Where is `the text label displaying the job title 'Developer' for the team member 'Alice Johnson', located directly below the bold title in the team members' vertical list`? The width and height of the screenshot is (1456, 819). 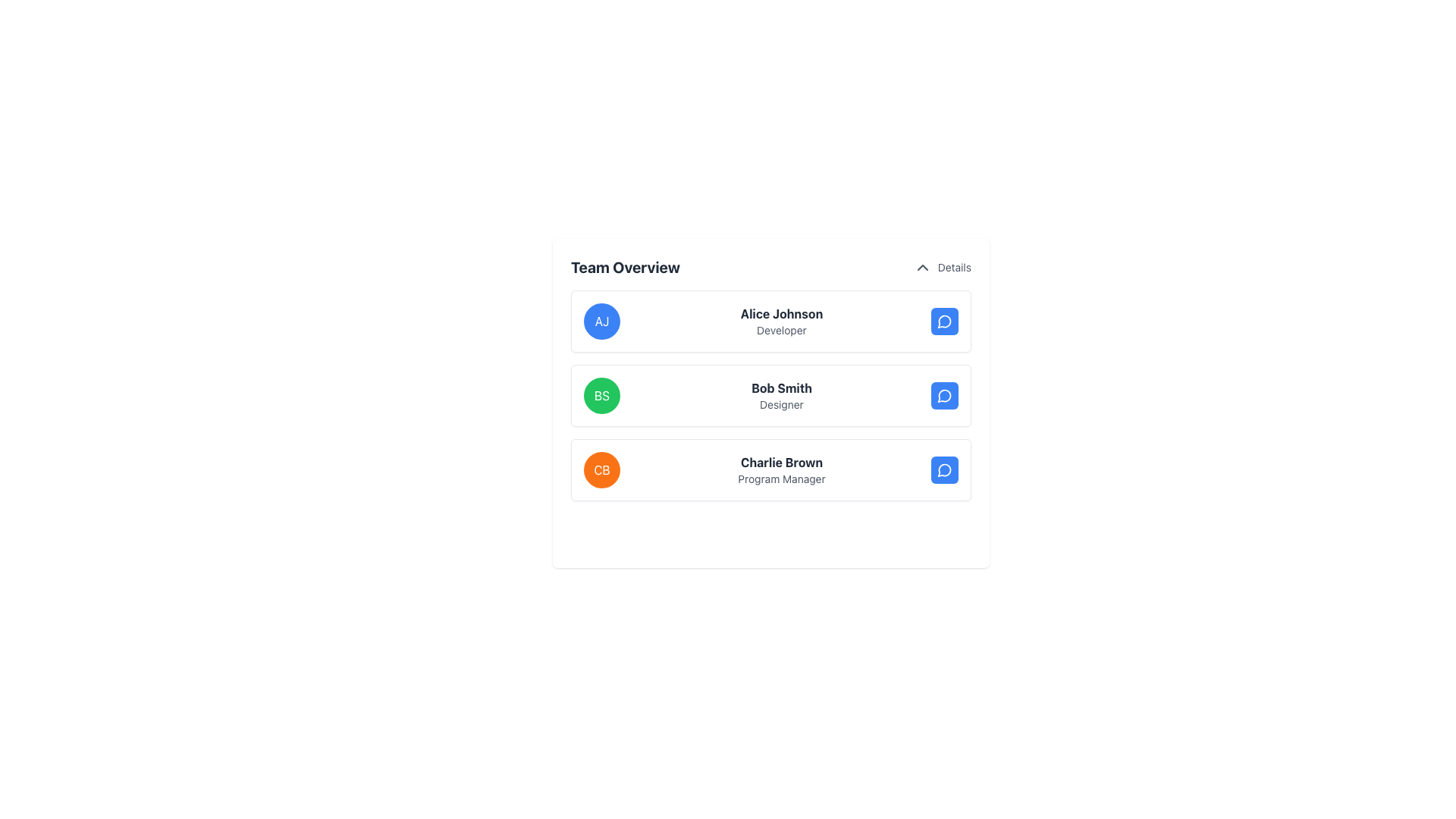
the text label displaying the job title 'Developer' for the team member 'Alice Johnson', located directly below the bold title in the team members' vertical list is located at coordinates (782, 329).